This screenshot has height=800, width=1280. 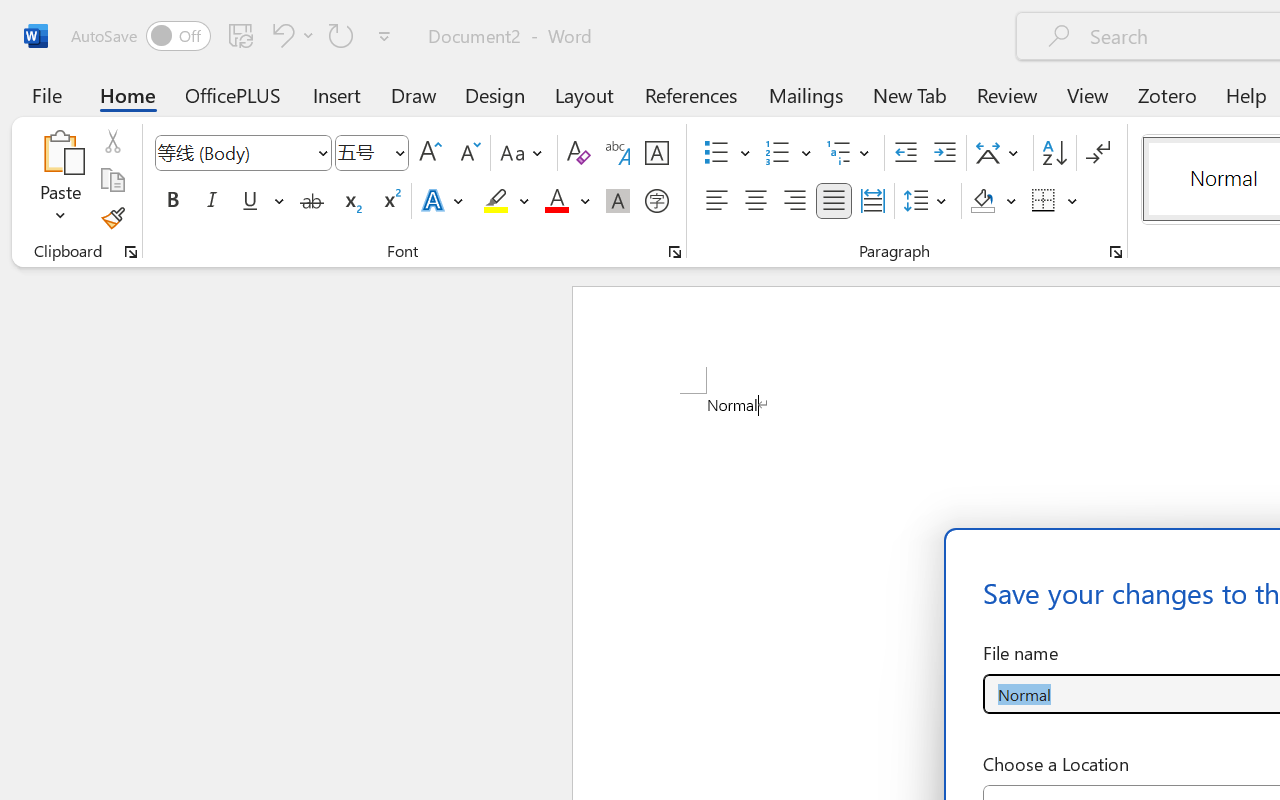 What do you see at coordinates (127, 94) in the screenshot?
I see `'Home'` at bounding box center [127, 94].